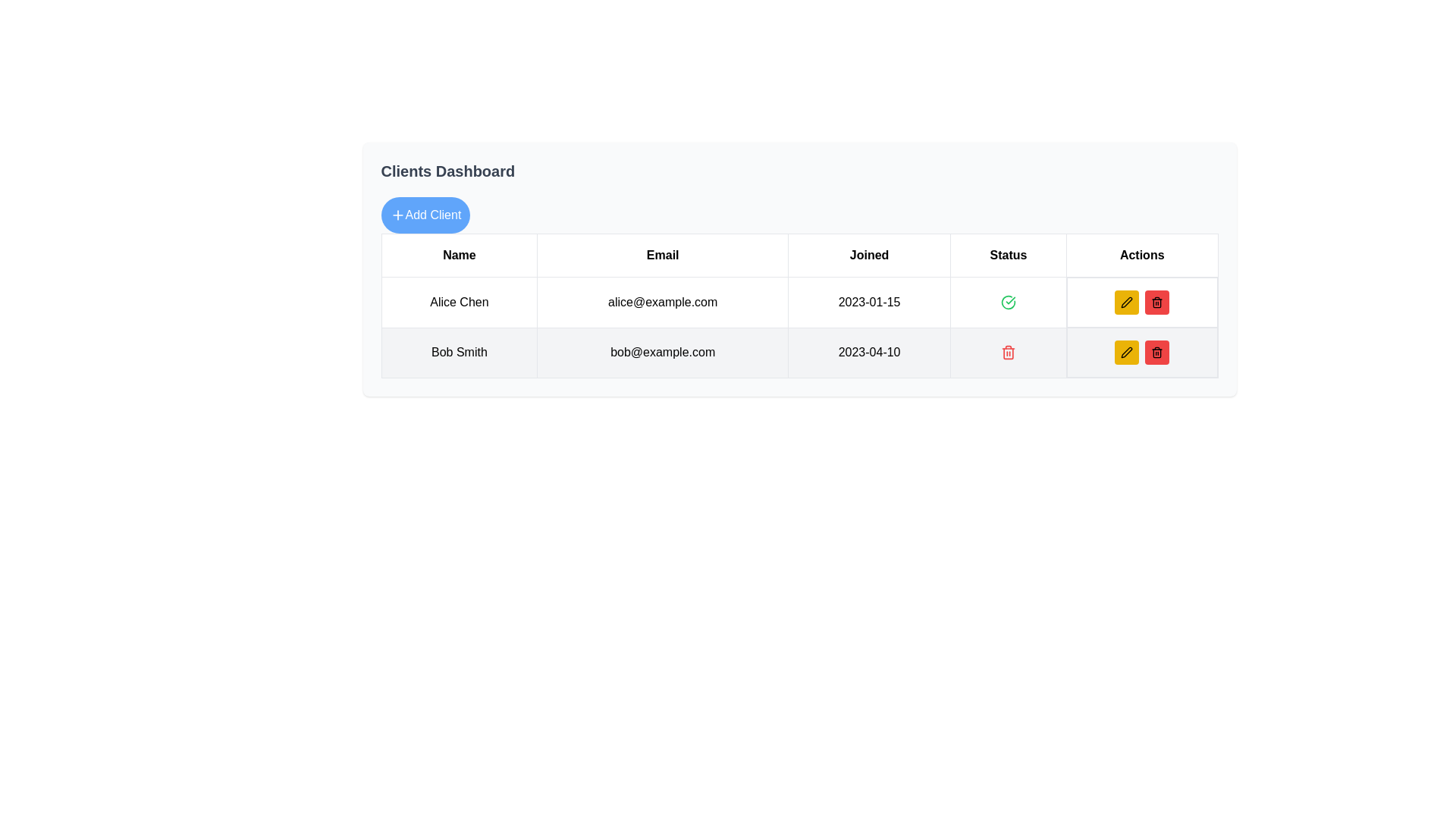  What do you see at coordinates (458, 254) in the screenshot?
I see `the 'Name' column header in the table, which is the first item in the horizontal header row, aligned leftmost` at bounding box center [458, 254].